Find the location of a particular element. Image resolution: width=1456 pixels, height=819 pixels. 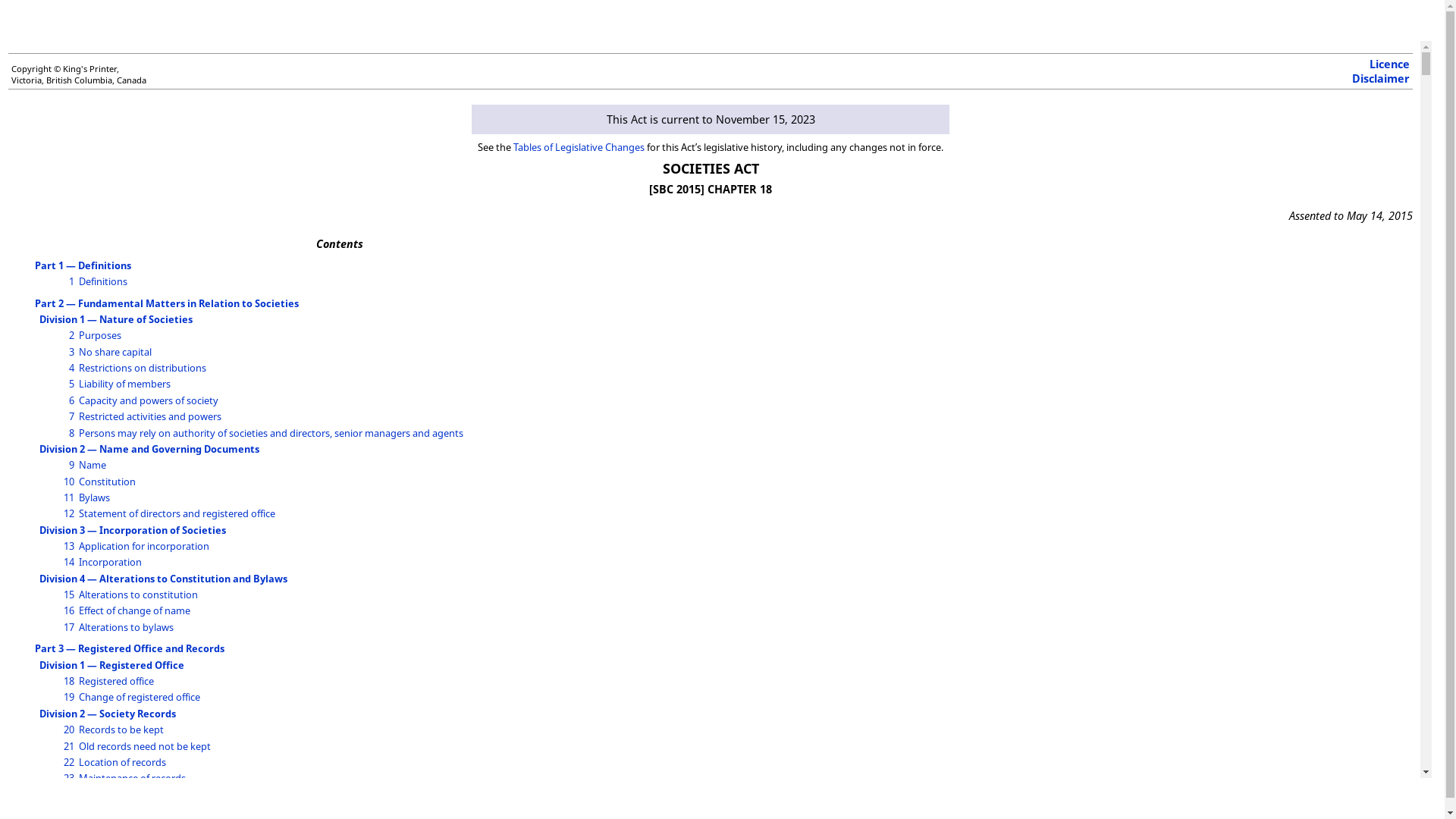

'7' is located at coordinates (71, 416).